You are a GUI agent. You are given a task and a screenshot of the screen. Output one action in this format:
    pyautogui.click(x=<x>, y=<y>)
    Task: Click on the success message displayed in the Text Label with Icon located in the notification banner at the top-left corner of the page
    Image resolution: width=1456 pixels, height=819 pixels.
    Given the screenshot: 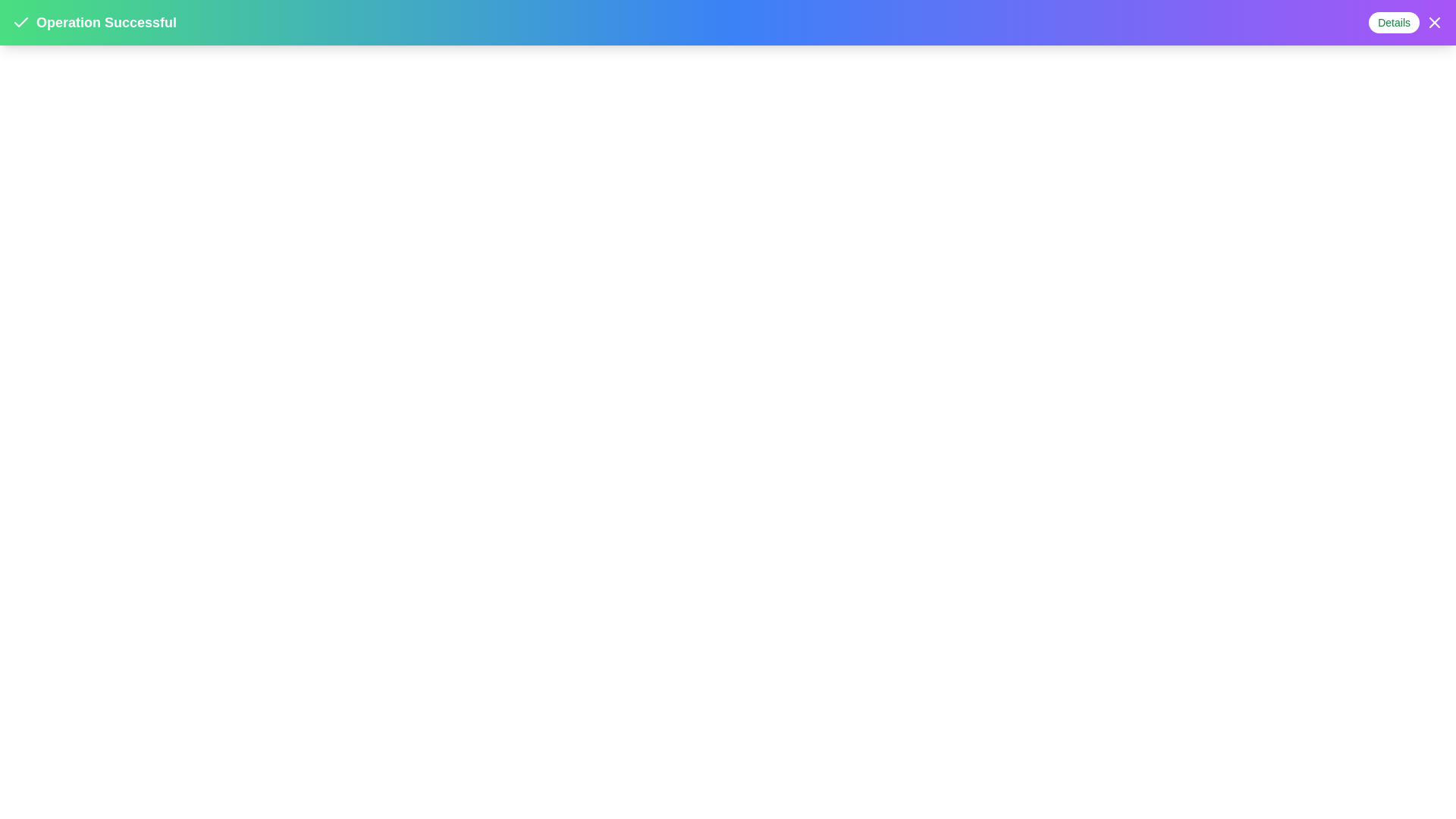 What is the action you would take?
    pyautogui.click(x=93, y=23)
    